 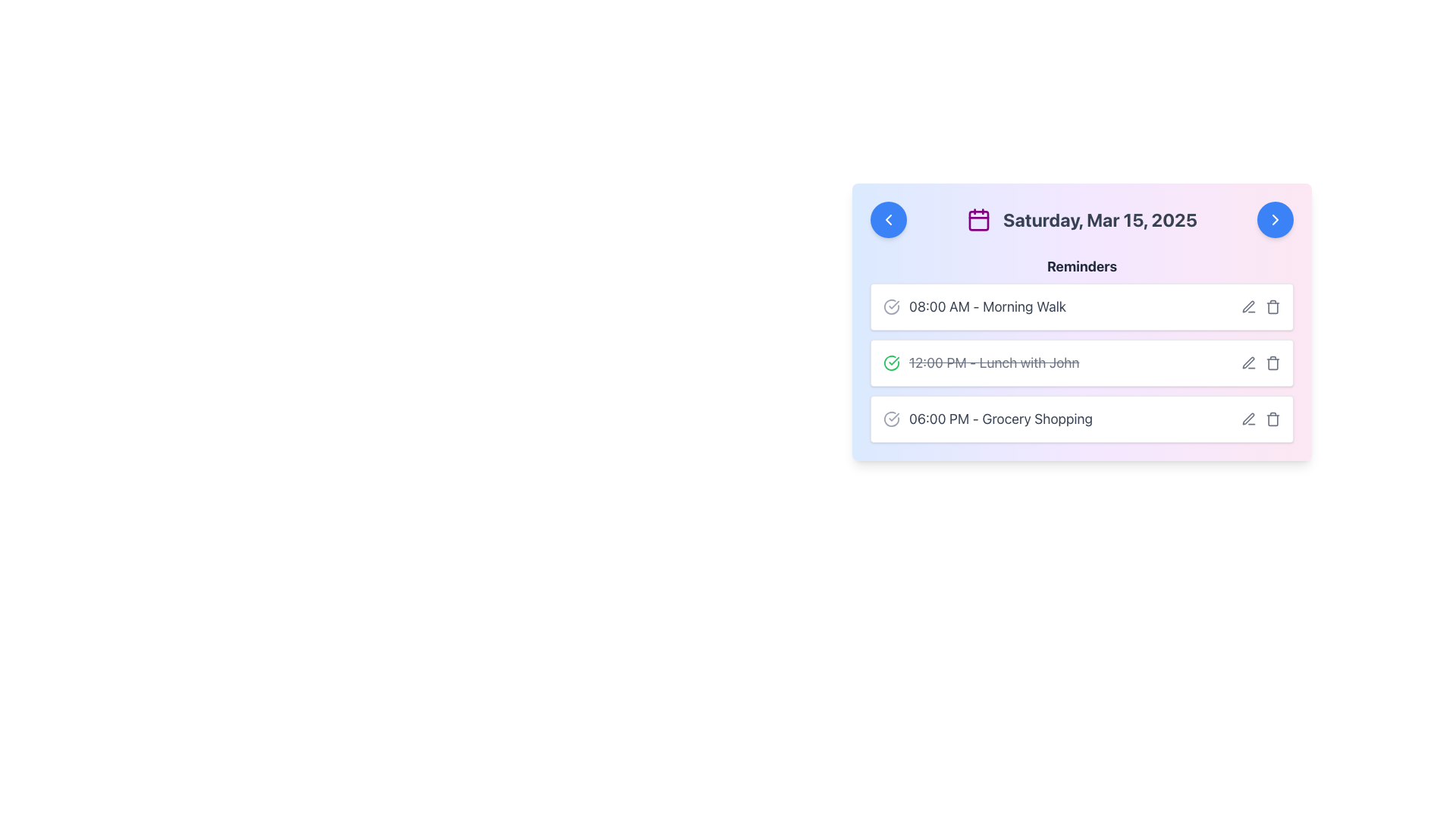 What do you see at coordinates (892, 307) in the screenshot?
I see `the status icon at the far left of the reminder entry` at bounding box center [892, 307].